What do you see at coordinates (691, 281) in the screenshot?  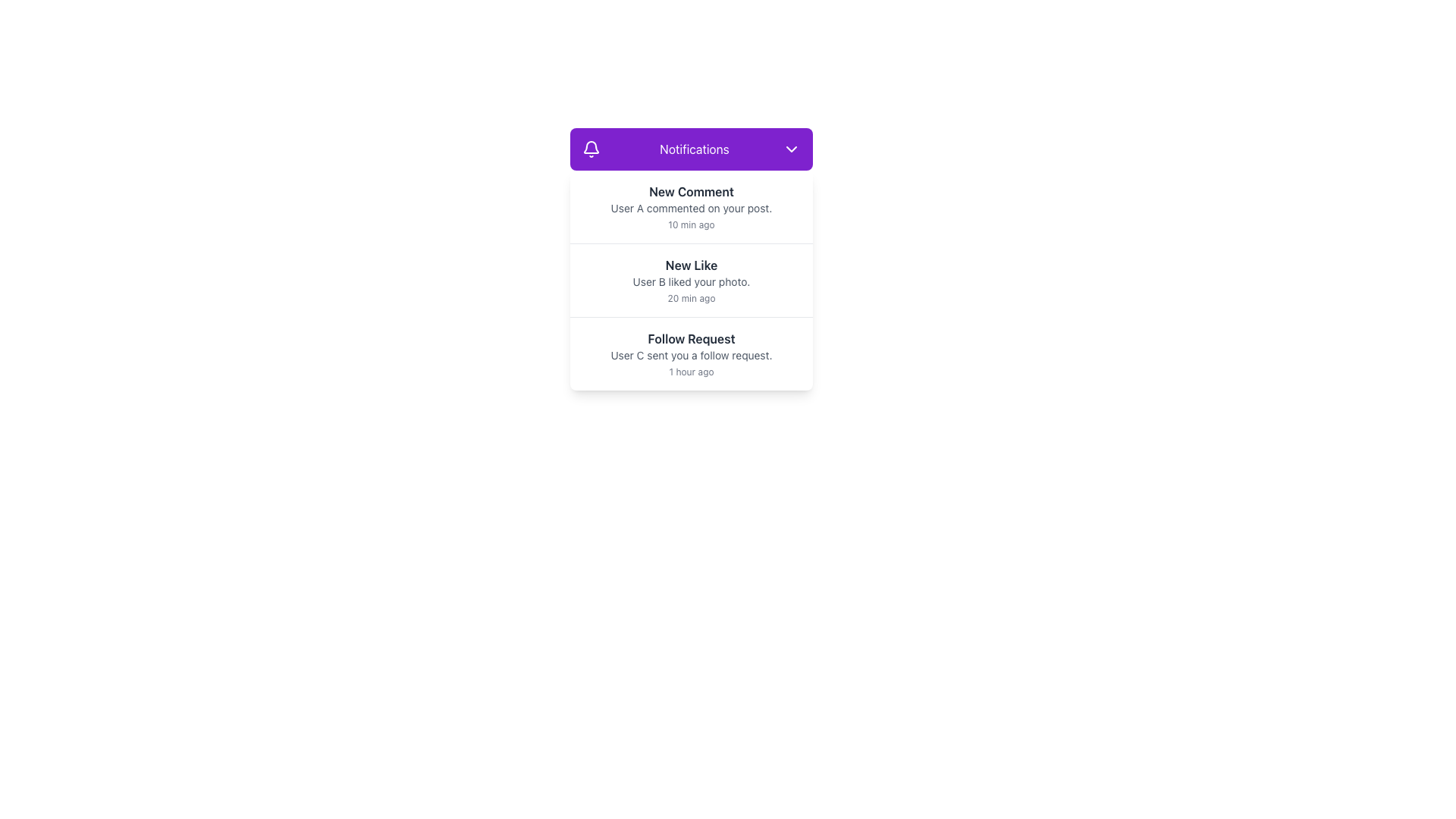 I see `the second notification entry in the card interface which displays 'New Like' with the description 'User B liked your photo.' and timestamp '20 min ago'` at bounding box center [691, 281].